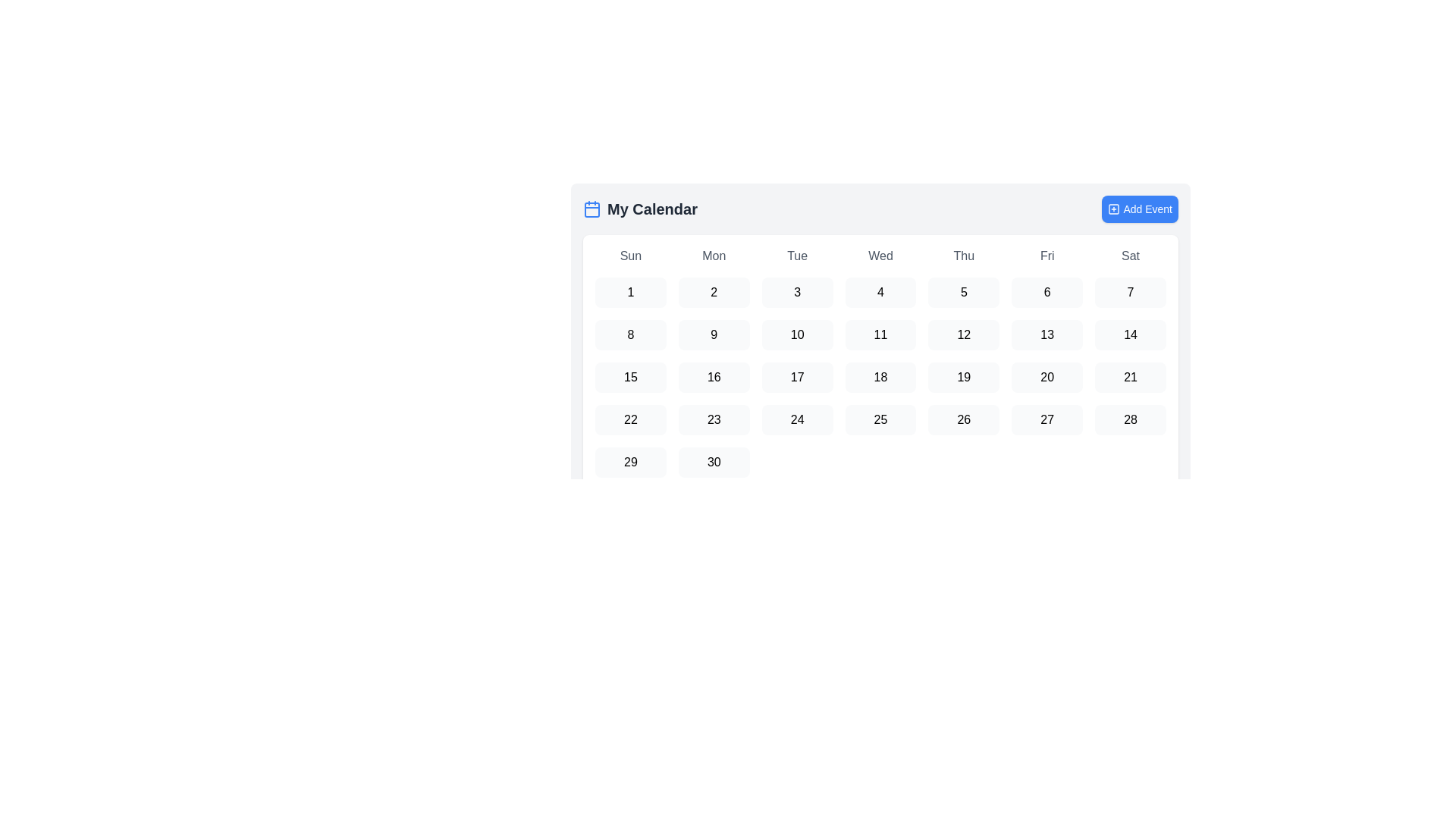 This screenshot has width=1456, height=819. What do you see at coordinates (713, 292) in the screenshot?
I see `the calendar cell displaying the number '2'` at bounding box center [713, 292].